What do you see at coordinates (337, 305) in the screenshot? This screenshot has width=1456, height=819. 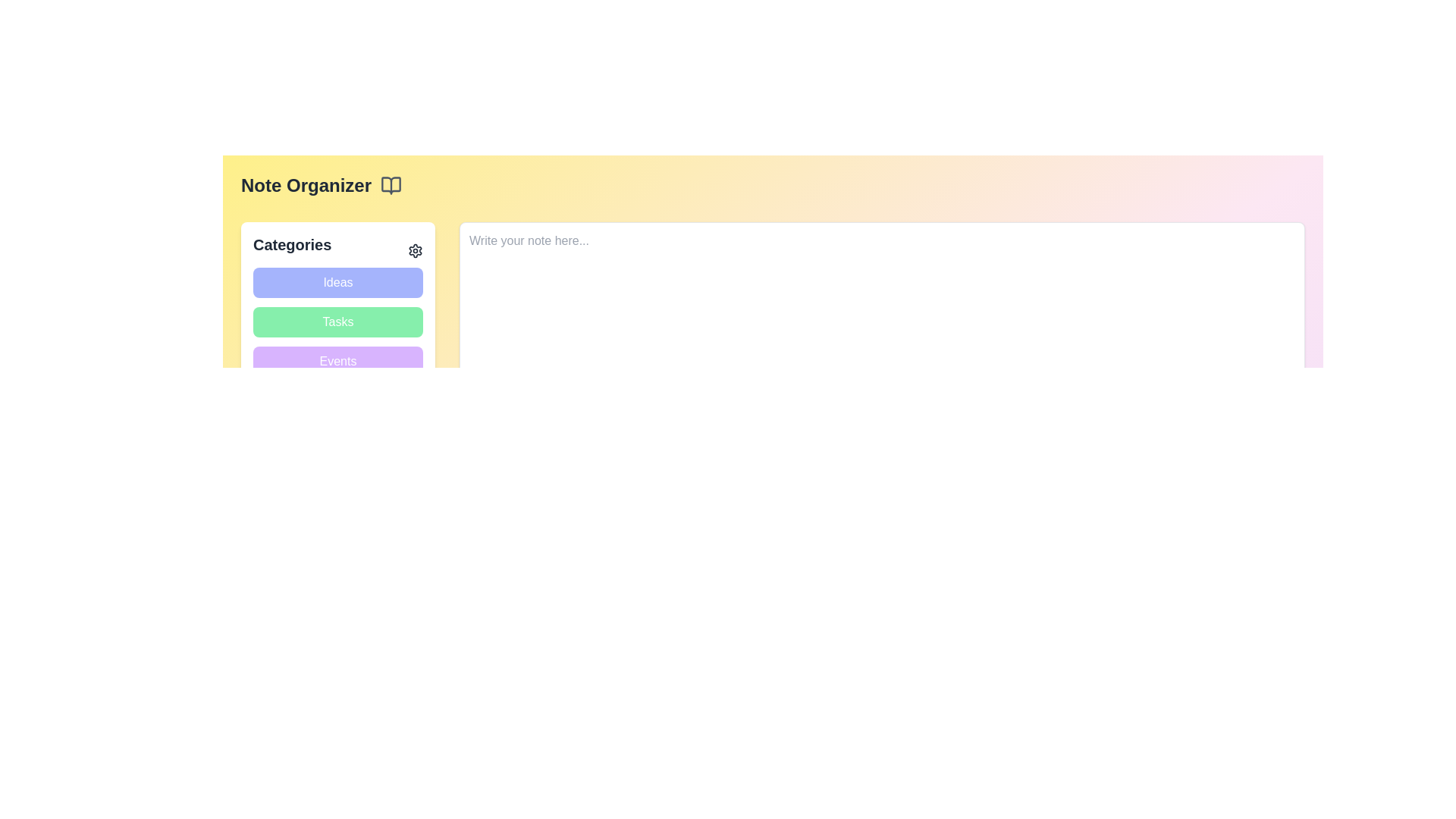 I see `the 'Tasks' button located in the 'Categories' panel, which is situated below the 'Ideas' button and above the 'Events' button` at bounding box center [337, 305].